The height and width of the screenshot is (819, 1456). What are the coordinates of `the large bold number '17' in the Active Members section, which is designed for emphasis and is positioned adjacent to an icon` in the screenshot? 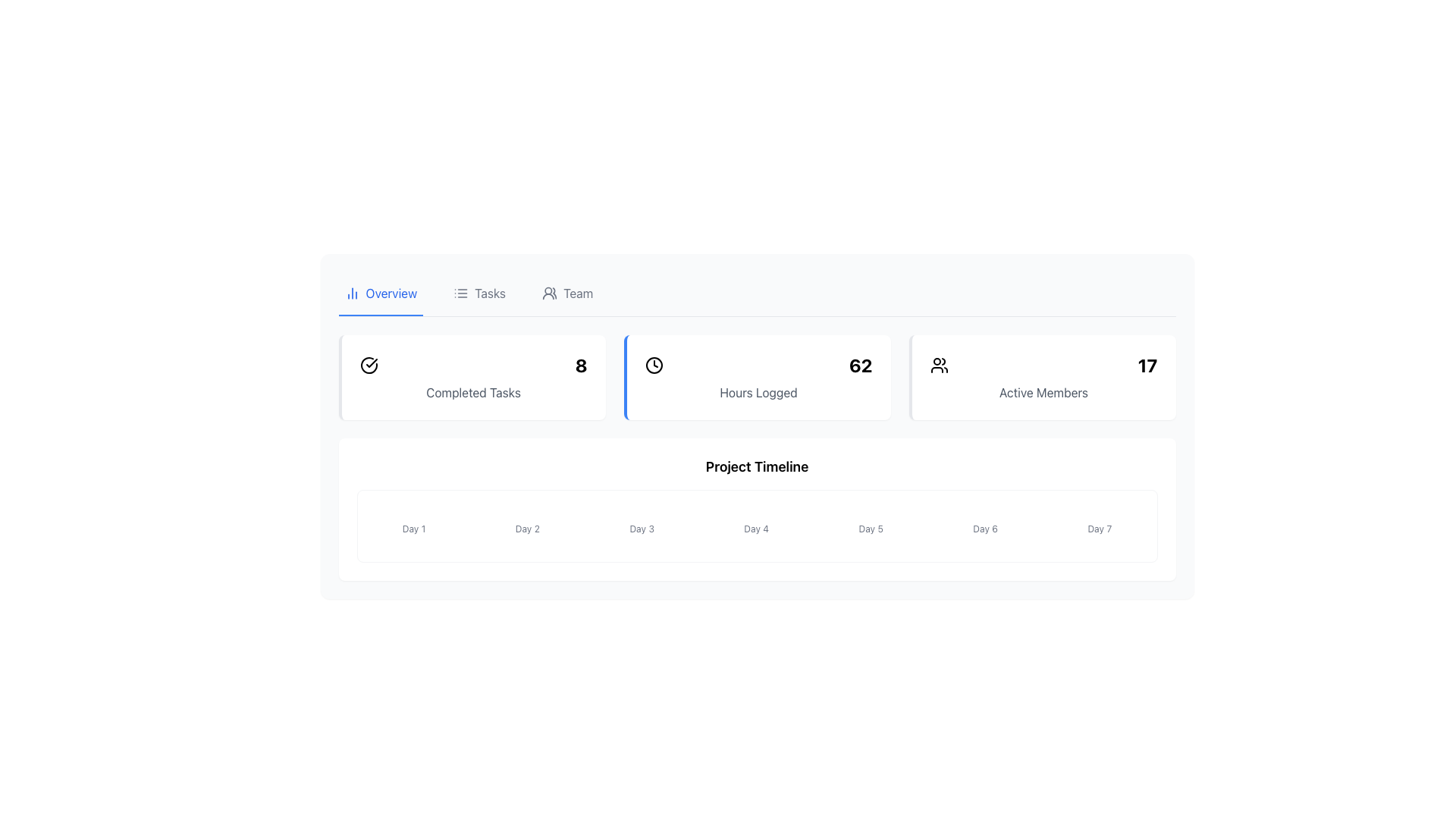 It's located at (1147, 366).